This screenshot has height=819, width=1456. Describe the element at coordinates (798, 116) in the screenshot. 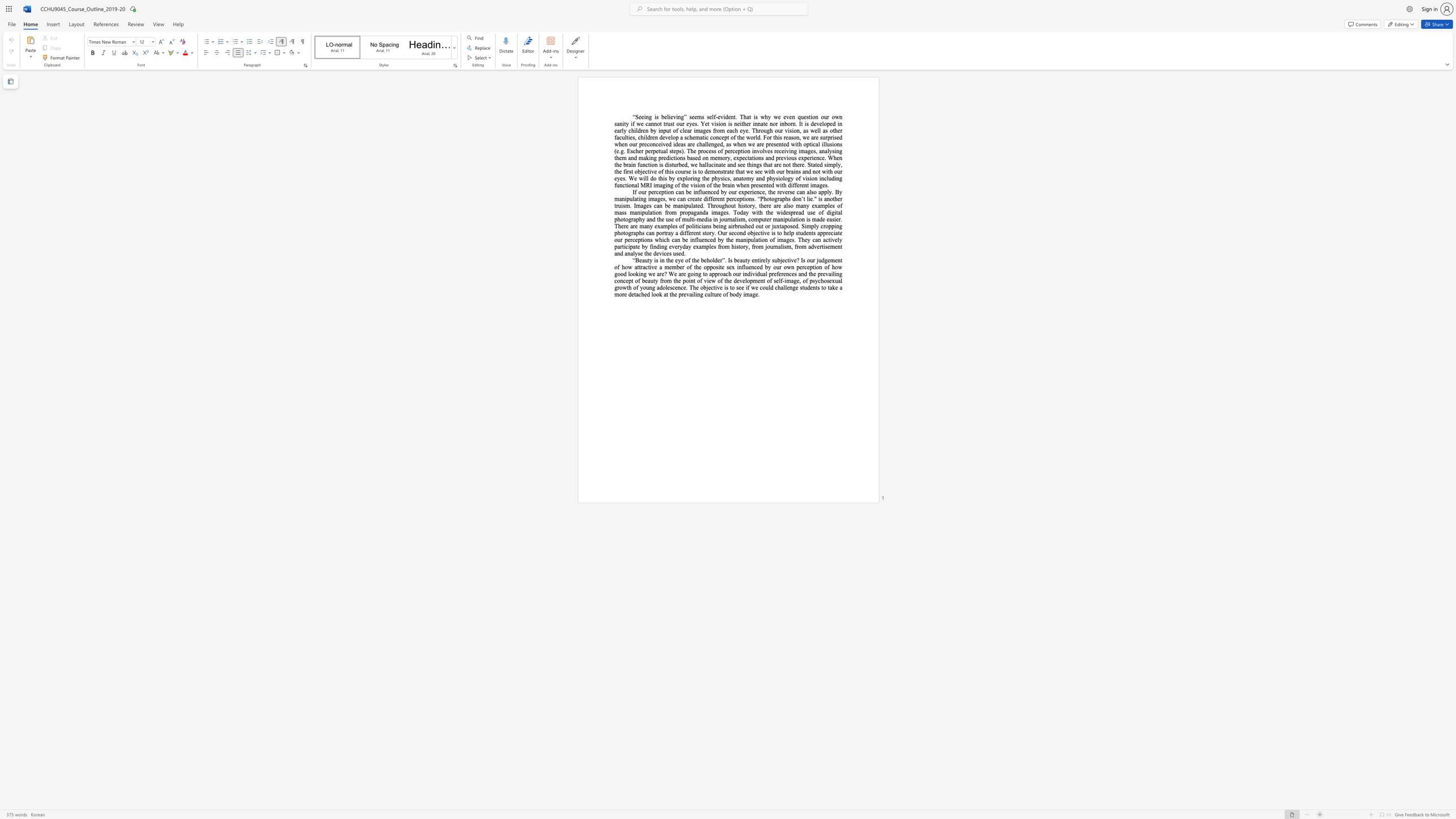

I see `the subset text "question our own sanity if we cannot trust our eyes. Yet vision is neither innate nor inborn. It is developed in early children by input of clear images from each eye. Through our vision, as well as other f" within the text "Seeing is believing” seems self-evident. That is why we even question our own sanity if we cannot trust our eyes. Yet vision is neither innate nor inborn. It is developed in early children by input of clear images from each eye. Through our vision, as well as other faculties, children develop a schematic concept of the world. For this reason, we are surprised when our preconceived ideas are challenged, as when we are presented with optical illusions (e.g. Escher perpetual steps). The process of perception involves receiving images, analysing them and making predictions based on memory, expectations and previous experience. When the brain function is disturbed, we hallucinate and see things that are not there. Stated simply, the first objective of this course is to demonstrate that we see with our brains and not with our eyes. We will do this by exploring the physics, anatomy and physiology of vision including functional MRI imaging of the vision of the brain when presented with different images."` at that location.